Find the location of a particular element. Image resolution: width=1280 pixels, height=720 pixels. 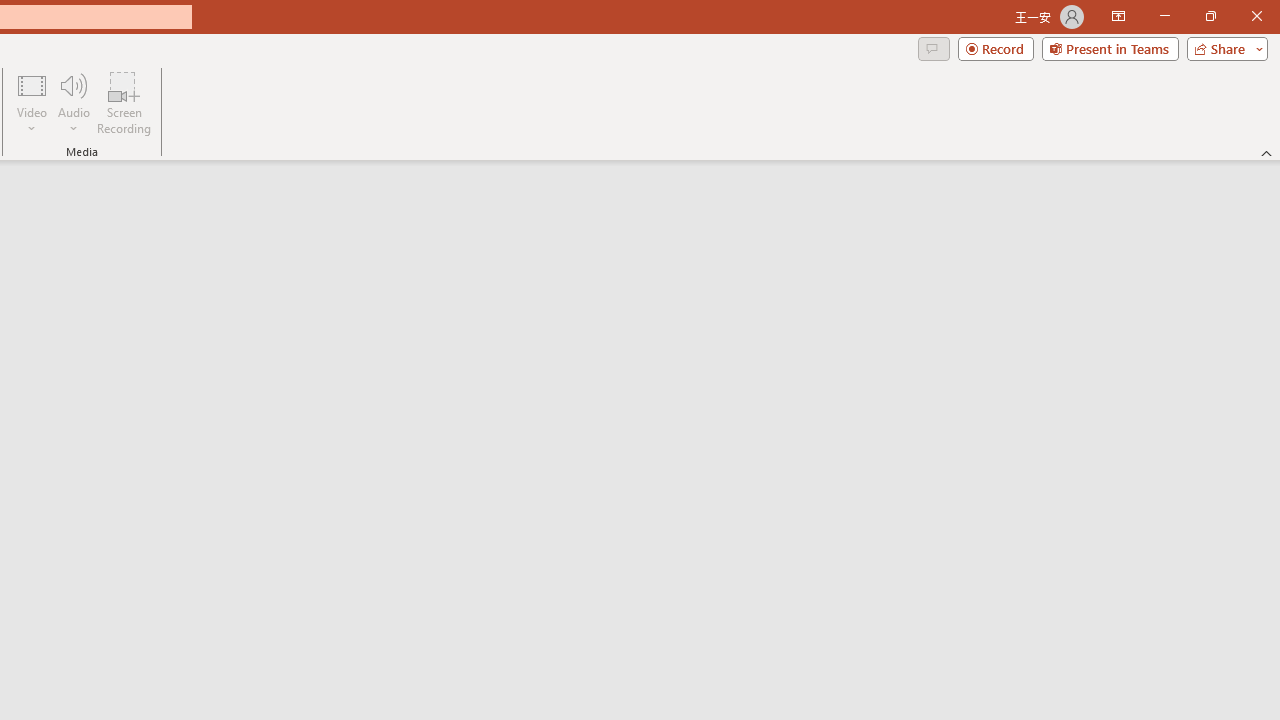

'Restore Down' is located at coordinates (1209, 16).